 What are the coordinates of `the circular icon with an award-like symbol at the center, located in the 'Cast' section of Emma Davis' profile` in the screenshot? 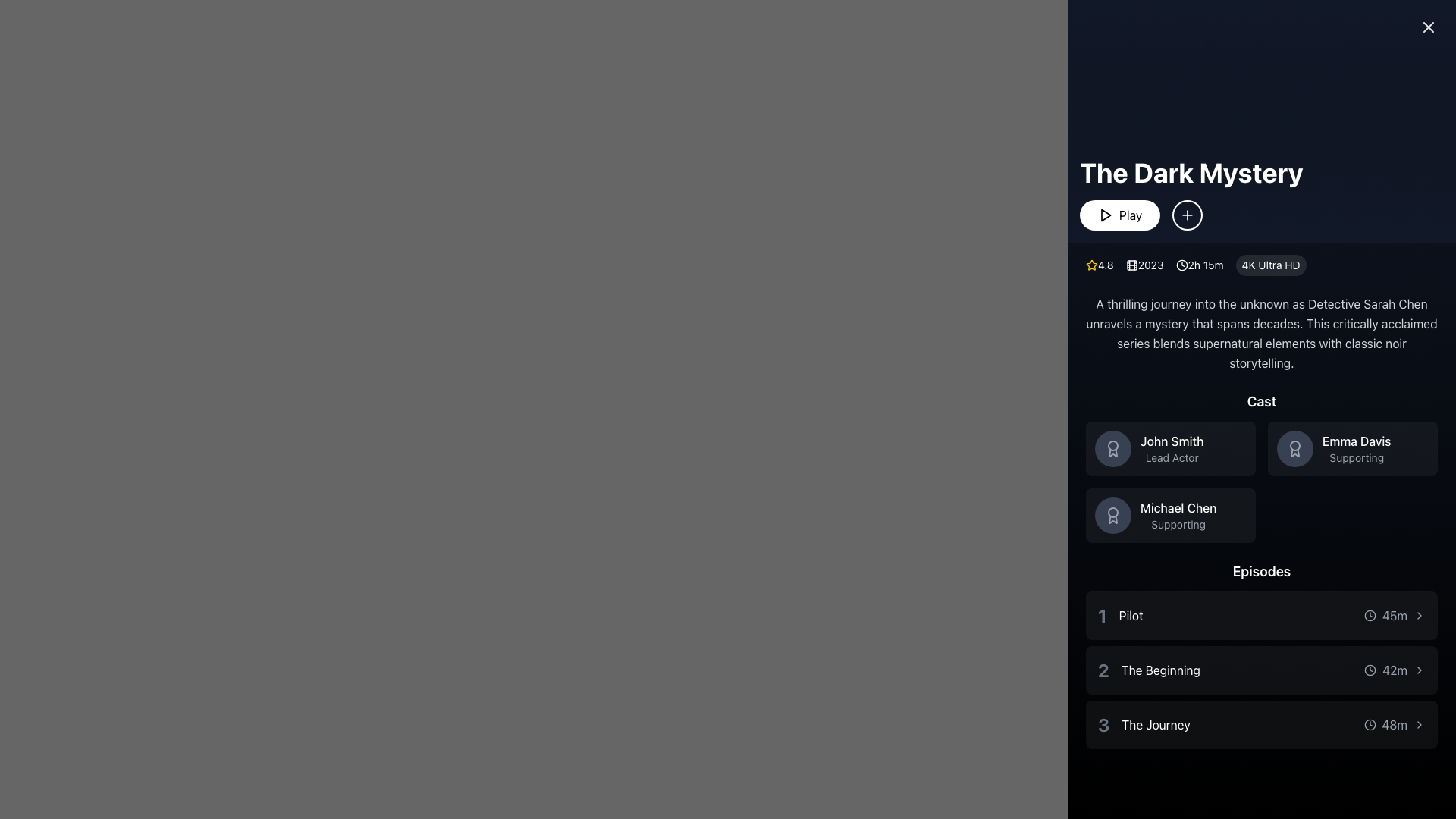 It's located at (1294, 447).